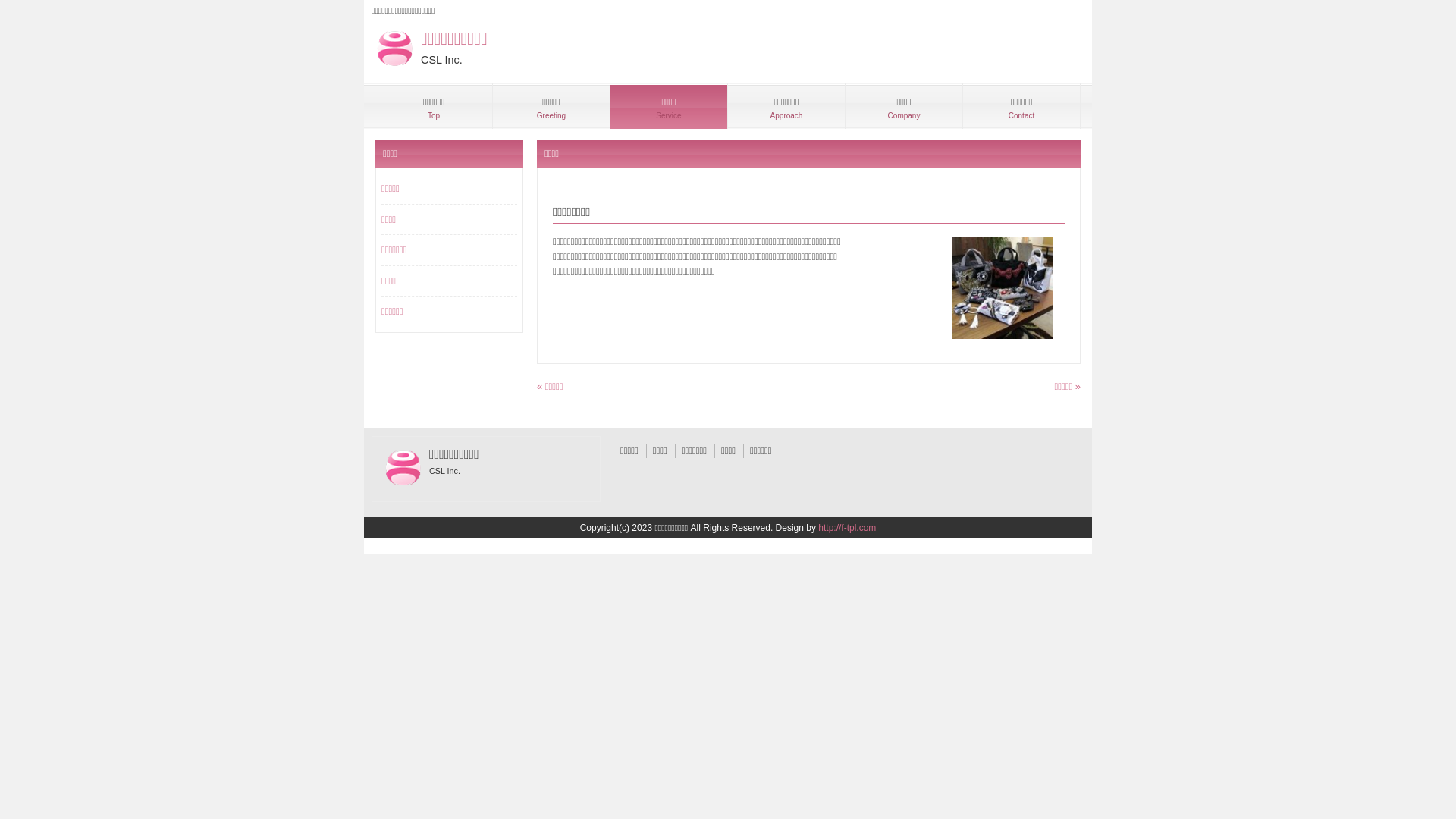 Image resolution: width=1456 pixels, height=819 pixels. What do you see at coordinates (846, 526) in the screenshot?
I see `'http://f-tpl.com'` at bounding box center [846, 526].